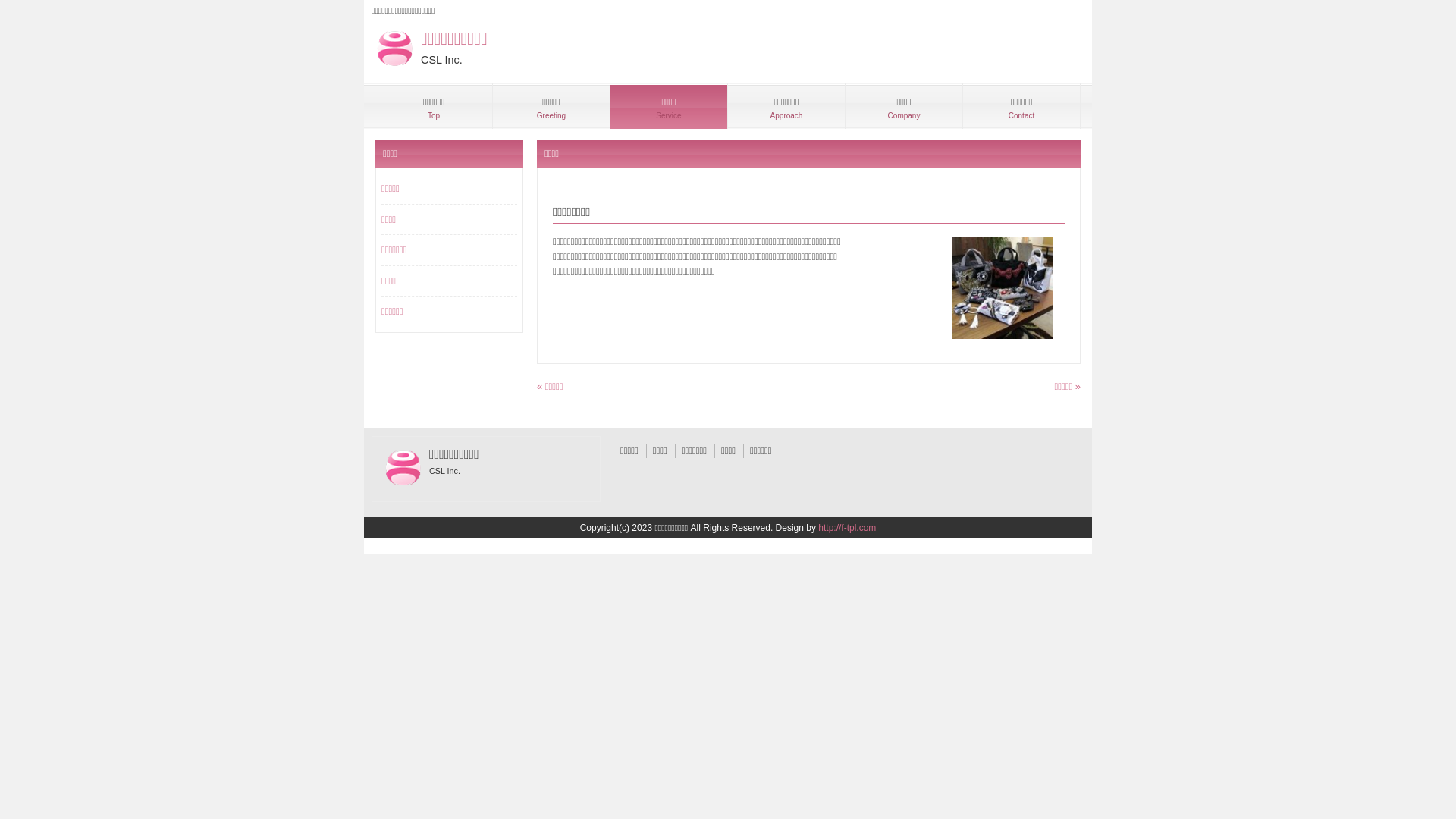 Image resolution: width=1456 pixels, height=819 pixels. What do you see at coordinates (846, 526) in the screenshot?
I see `'http://f-tpl.com'` at bounding box center [846, 526].